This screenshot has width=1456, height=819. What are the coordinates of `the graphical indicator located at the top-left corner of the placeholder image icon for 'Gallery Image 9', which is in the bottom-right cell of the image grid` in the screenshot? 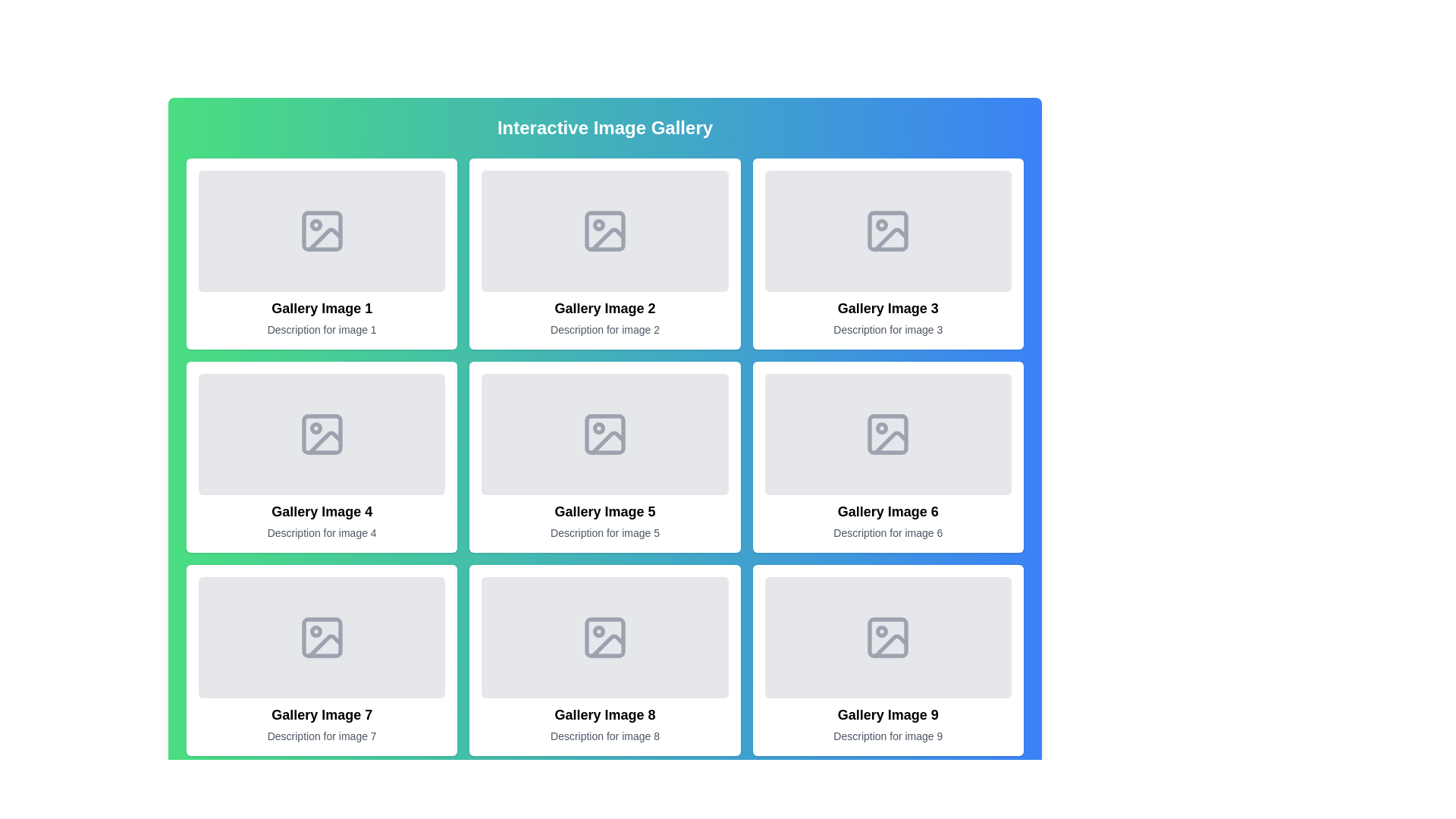 It's located at (882, 632).